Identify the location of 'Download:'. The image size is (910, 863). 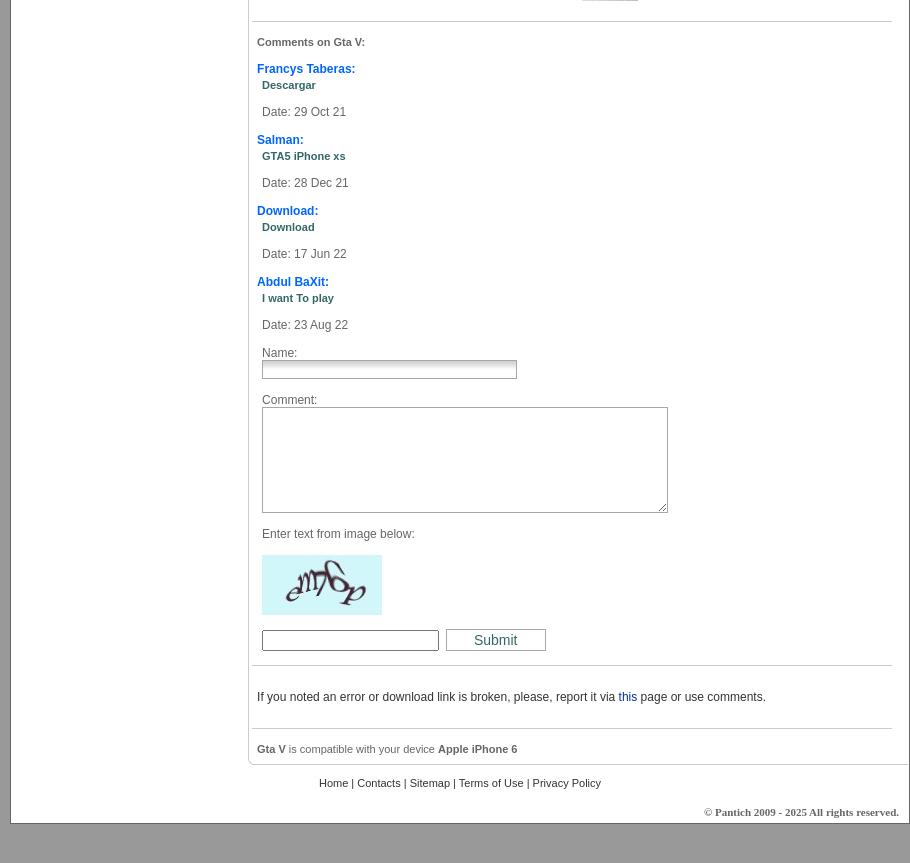
(286, 211).